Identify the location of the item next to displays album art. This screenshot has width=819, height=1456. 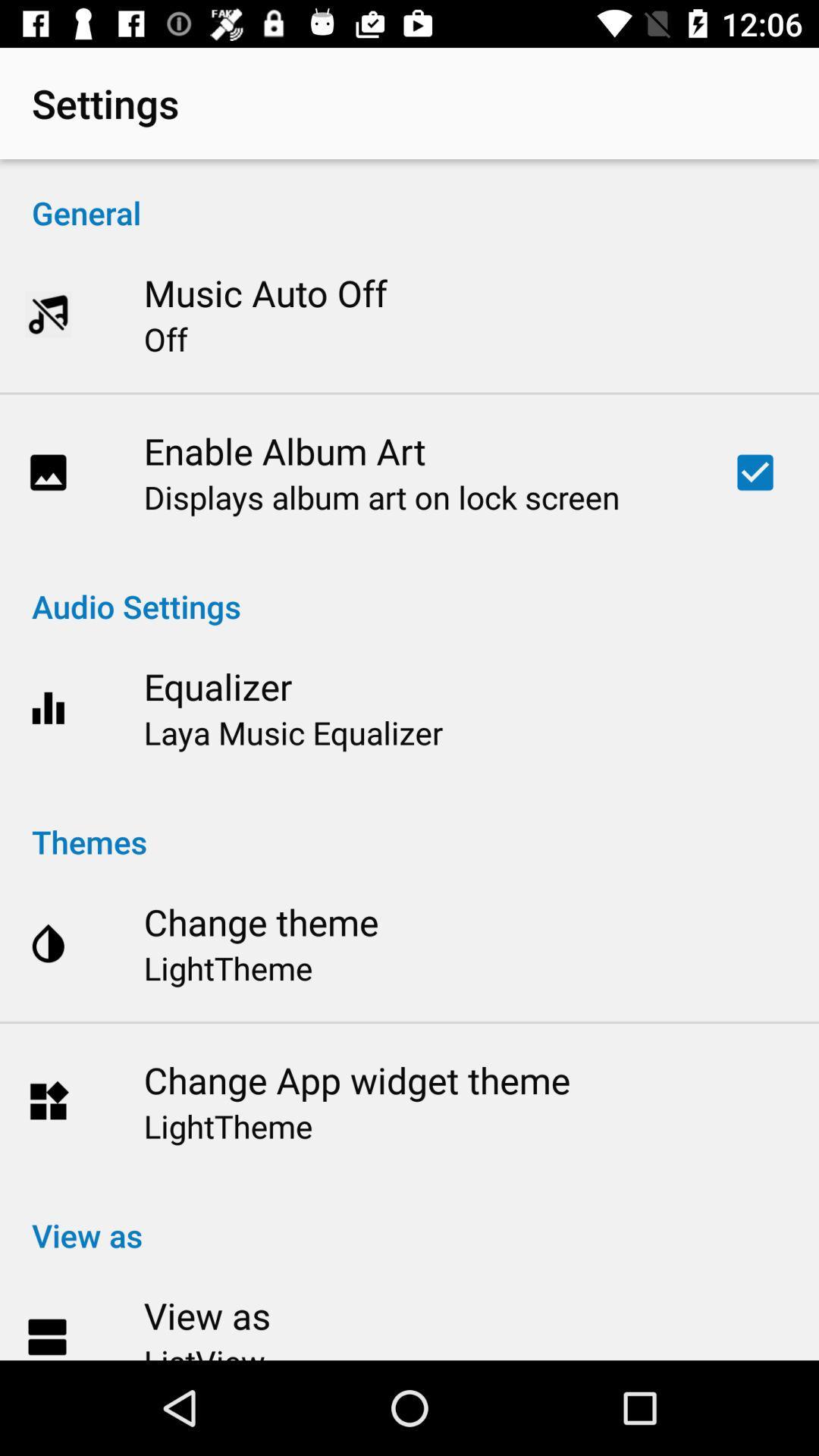
(755, 472).